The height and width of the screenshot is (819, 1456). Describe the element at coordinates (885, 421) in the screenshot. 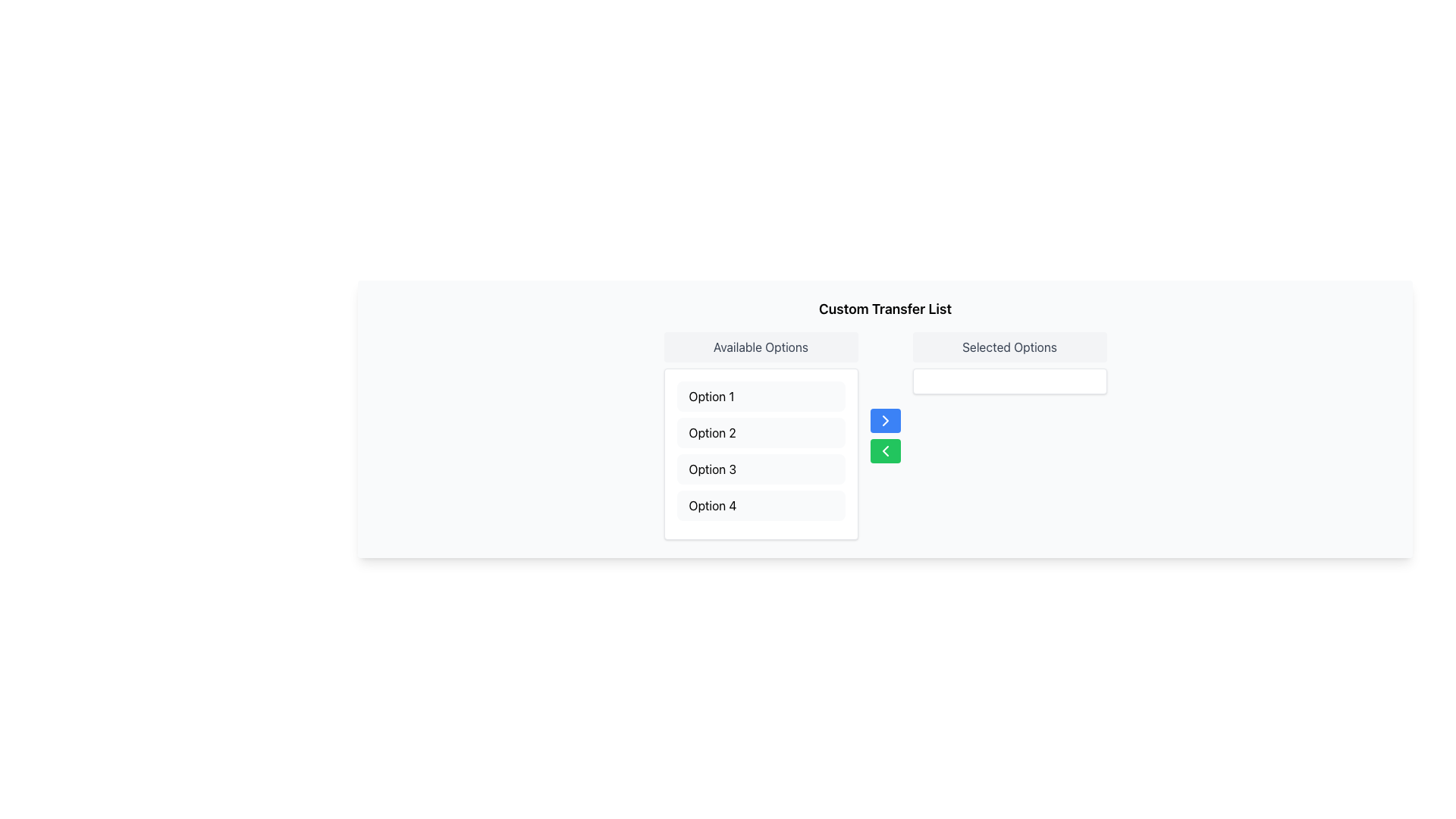

I see `the topmost button located between the 'Available Options' and 'Selected Options' columns to transfer an item` at that location.